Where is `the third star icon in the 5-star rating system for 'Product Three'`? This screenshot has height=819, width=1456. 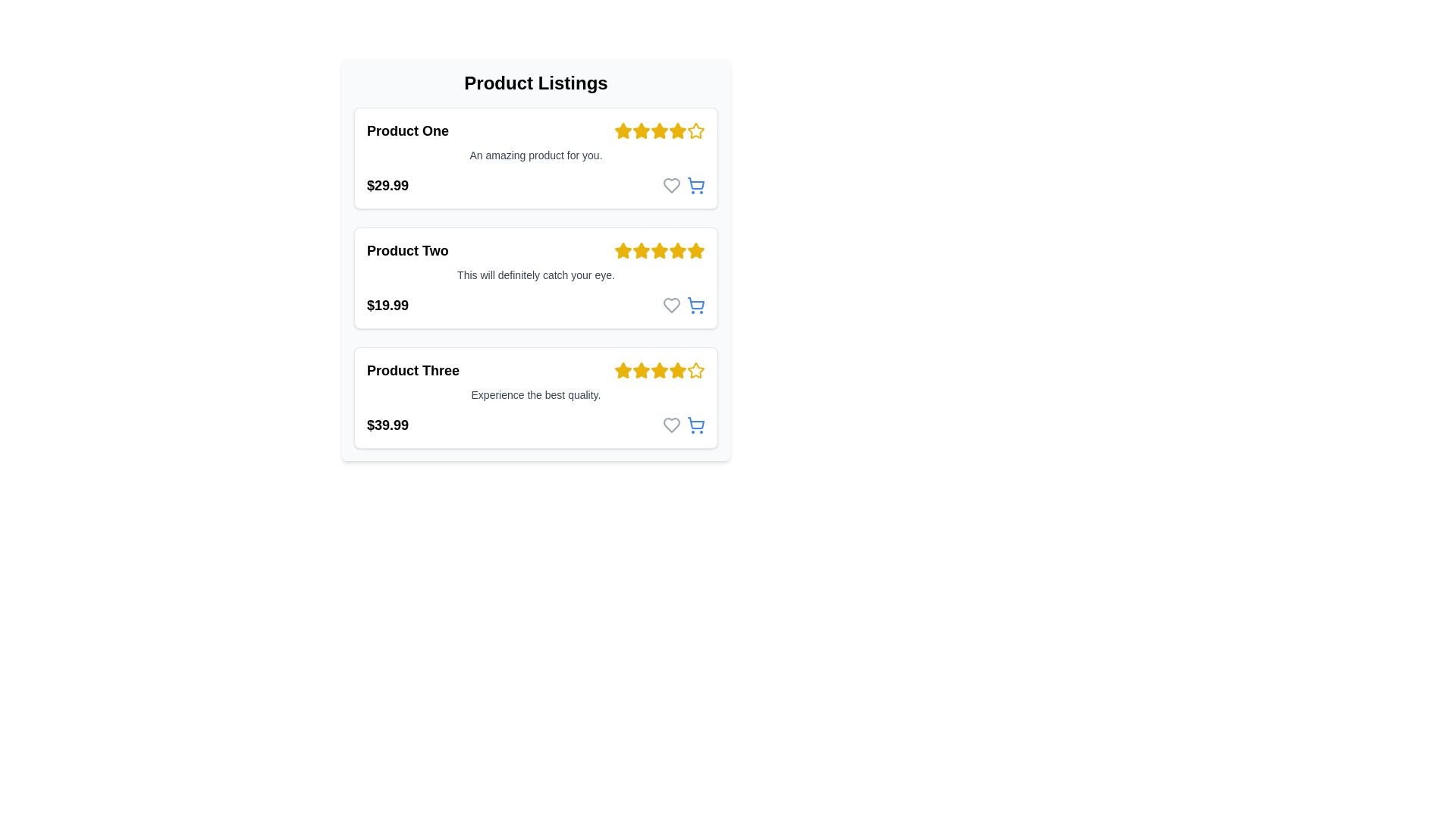 the third star icon in the 5-star rating system for 'Product Three' is located at coordinates (623, 370).